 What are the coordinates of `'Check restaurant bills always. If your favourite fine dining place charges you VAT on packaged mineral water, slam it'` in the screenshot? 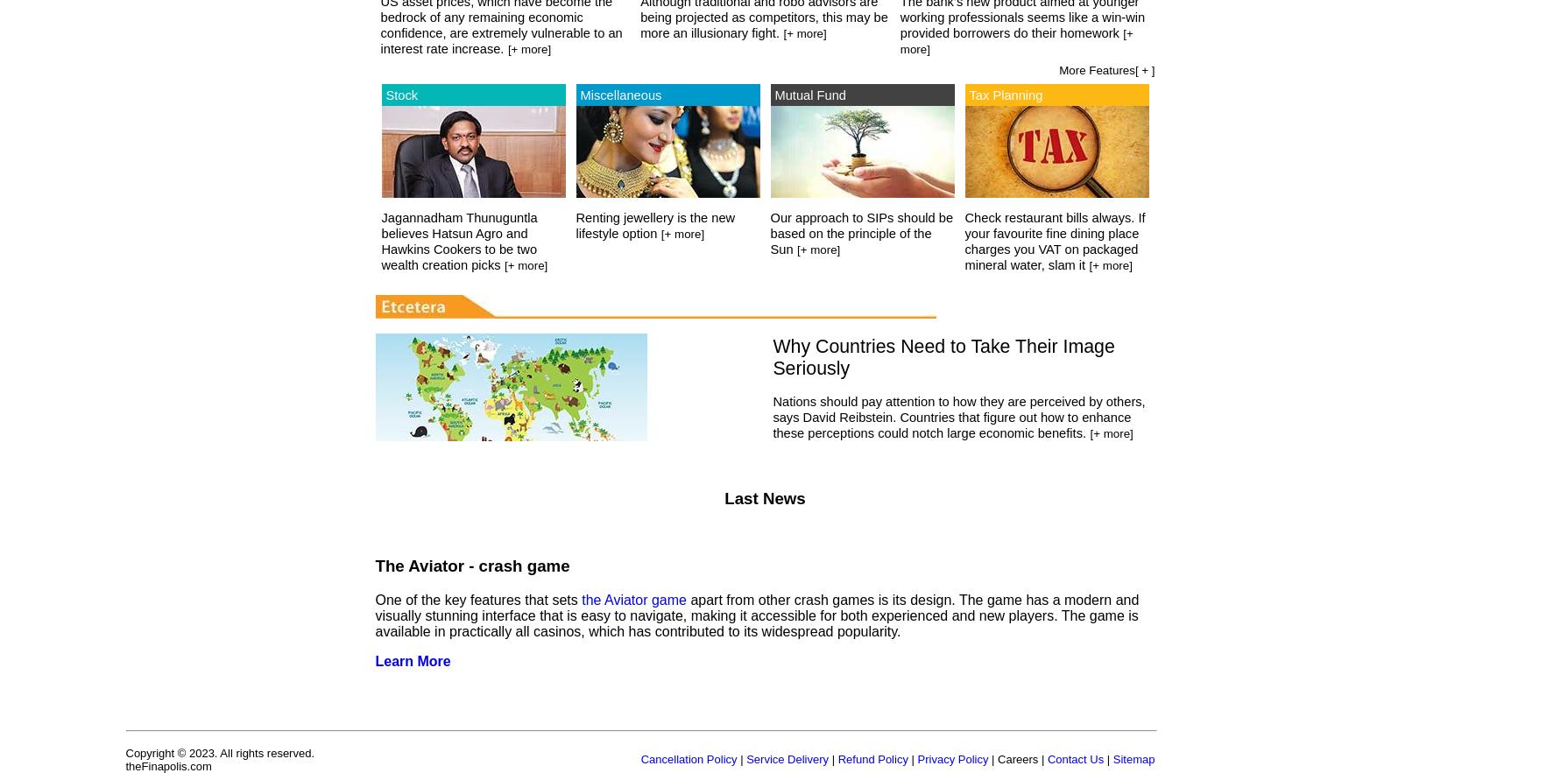 It's located at (1054, 242).